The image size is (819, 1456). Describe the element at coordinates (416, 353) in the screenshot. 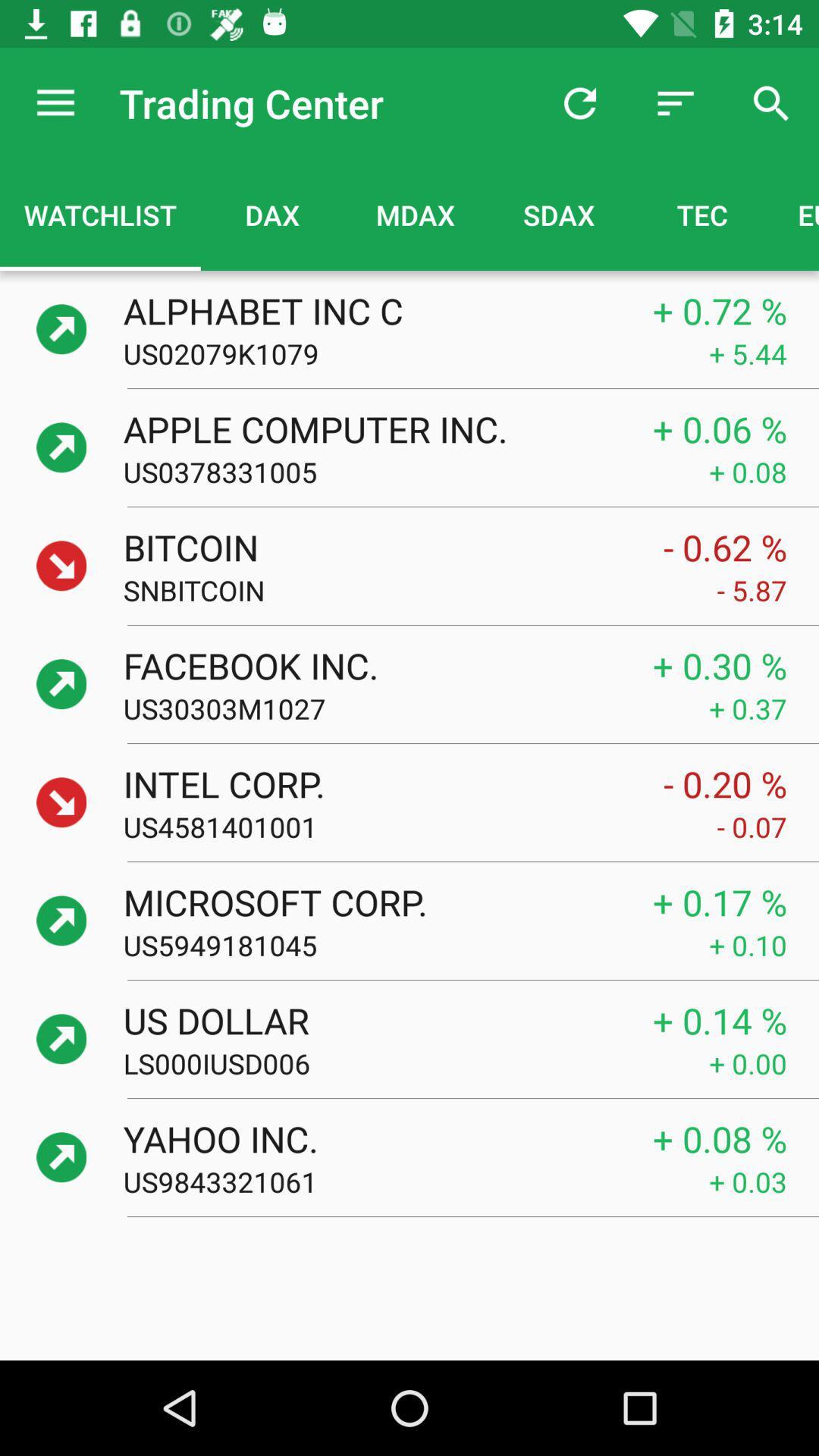

I see `the item next to the + 5.44` at that location.